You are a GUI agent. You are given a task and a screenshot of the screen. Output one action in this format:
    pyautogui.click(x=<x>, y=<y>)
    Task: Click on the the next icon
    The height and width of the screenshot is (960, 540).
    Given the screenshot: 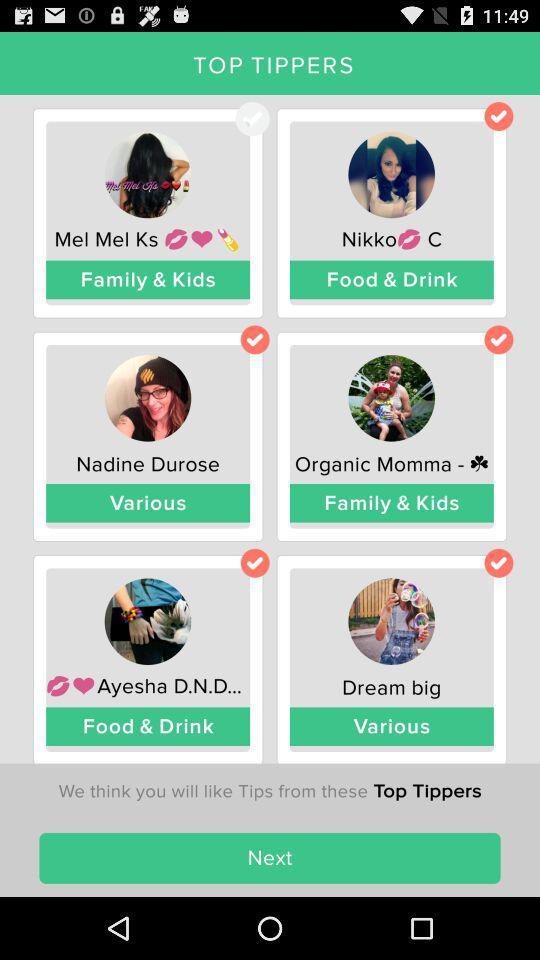 What is the action you would take?
    pyautogui.click(x=270, y=857)
    